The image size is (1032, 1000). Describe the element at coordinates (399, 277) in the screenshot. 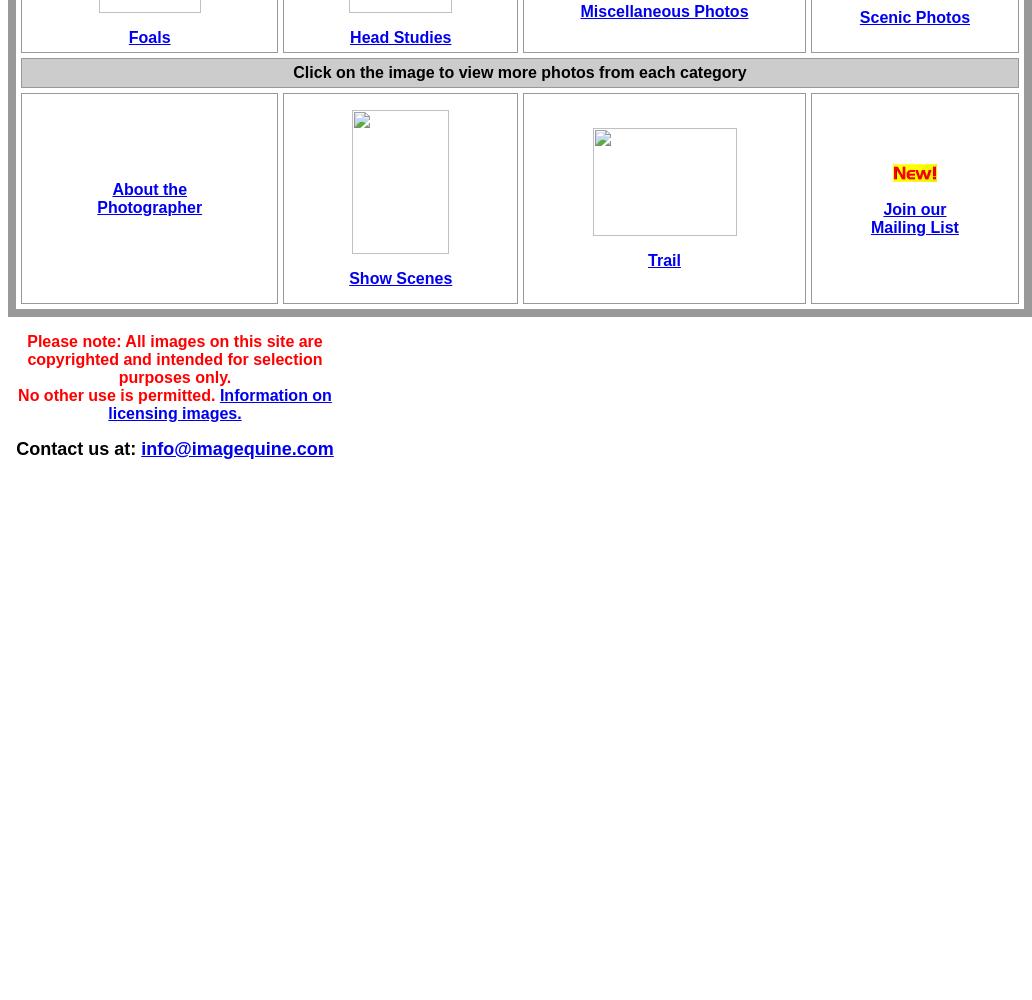

I see `'Show 
            Scenes'` at that location.